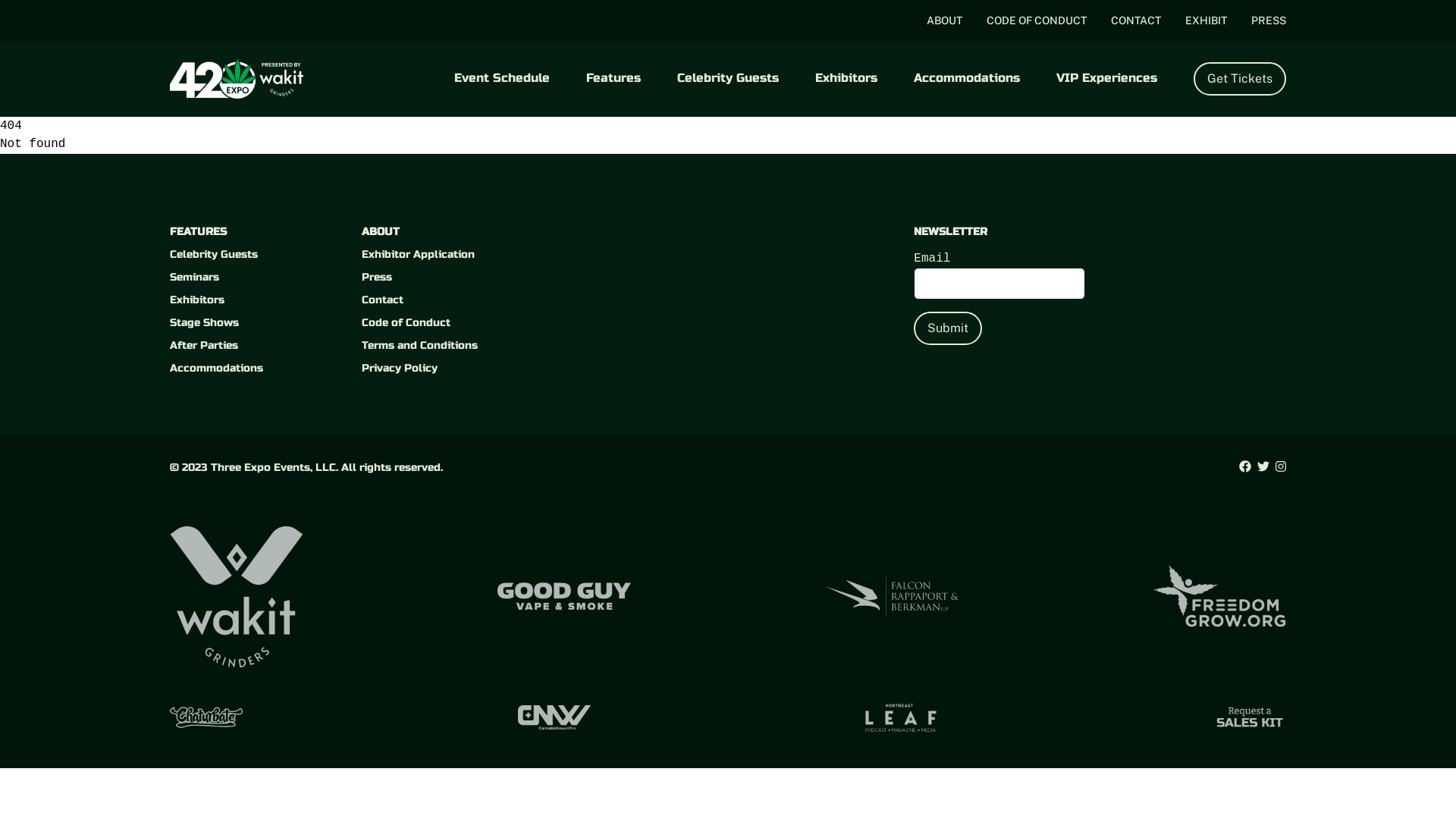 This screenshot has height=819, width=1456. I want to click on 'Seminars', so click(193, 277).